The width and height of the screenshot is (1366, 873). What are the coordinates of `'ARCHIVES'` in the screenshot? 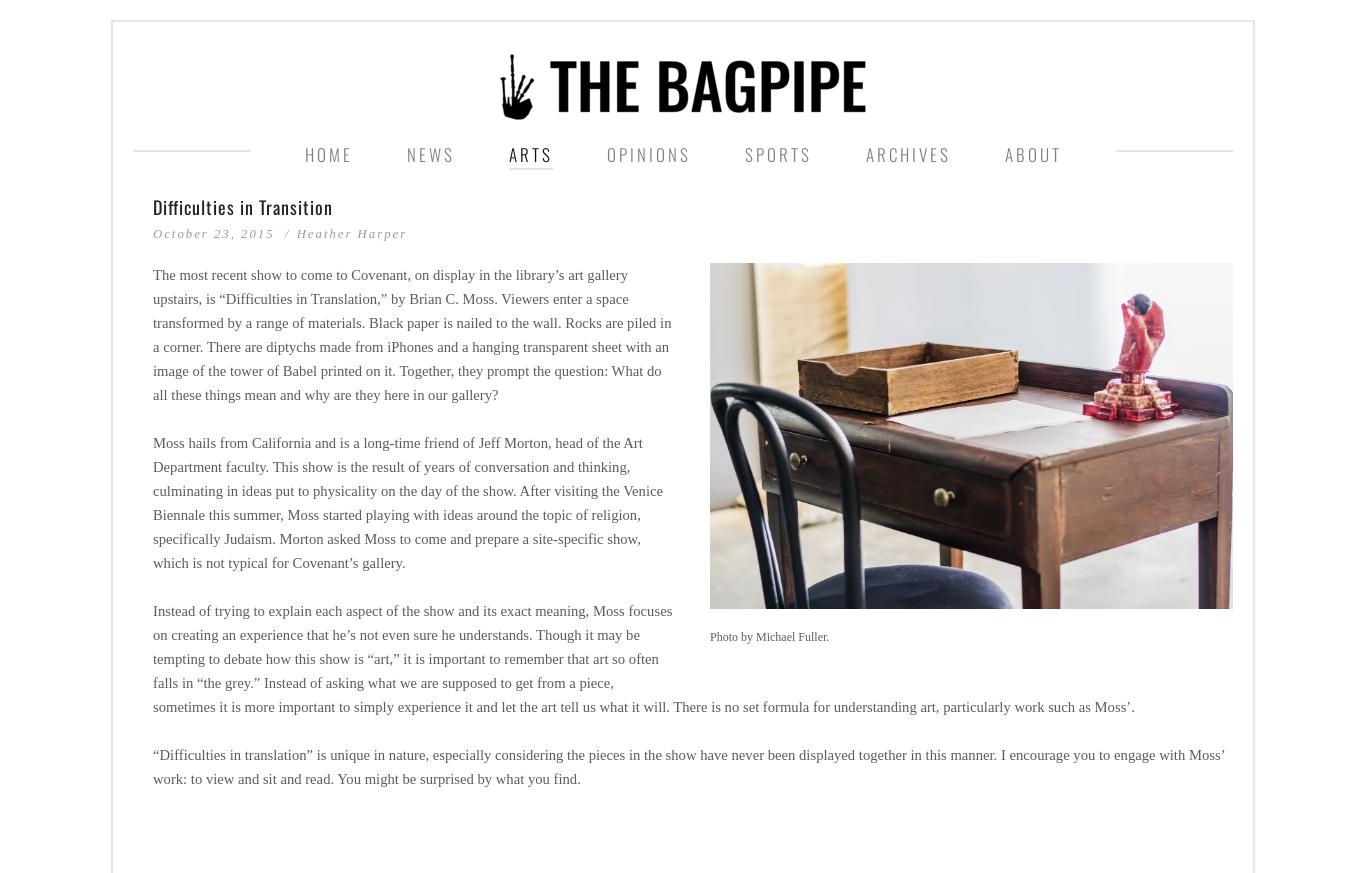 It's located at (906, 154).